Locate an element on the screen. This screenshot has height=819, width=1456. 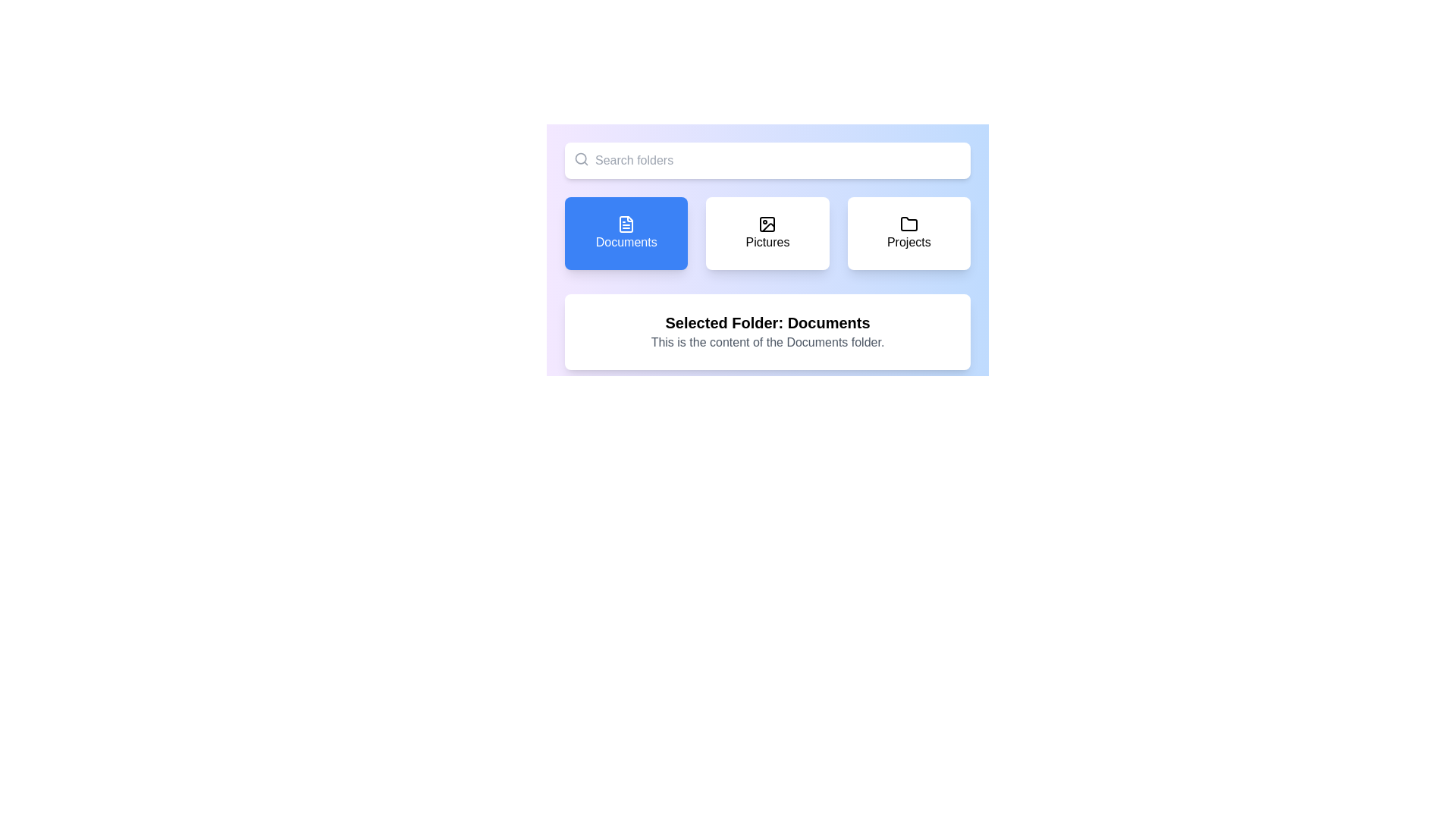
label indicating the purpose of the 'Documents' button, located at the bottom-center of the blue rectangular button in the top-left corner of the interface is located at coordinates (626, 242).